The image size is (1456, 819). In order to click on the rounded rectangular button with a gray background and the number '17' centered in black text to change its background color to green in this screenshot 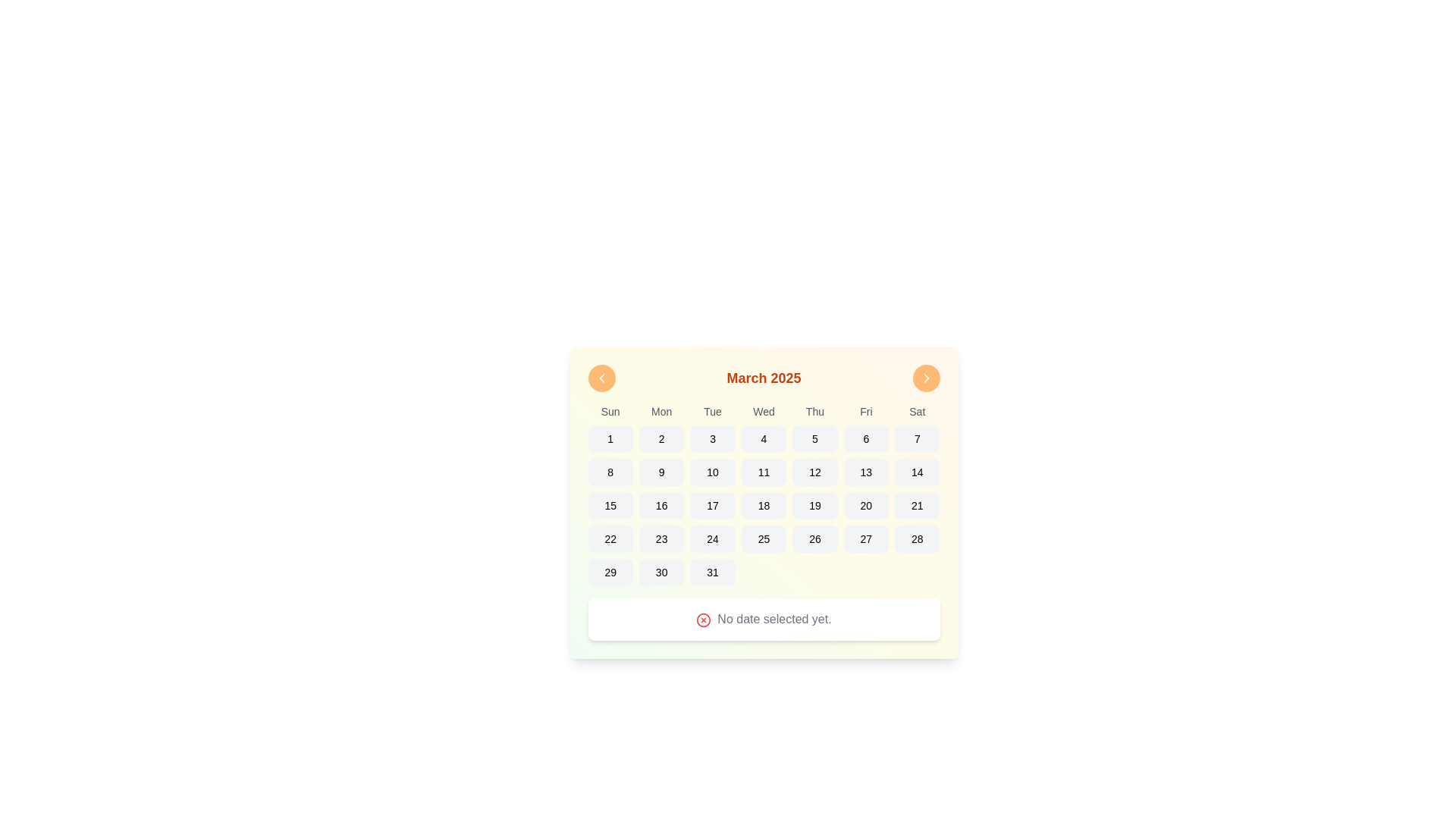, I will do `click(712, 506)`.